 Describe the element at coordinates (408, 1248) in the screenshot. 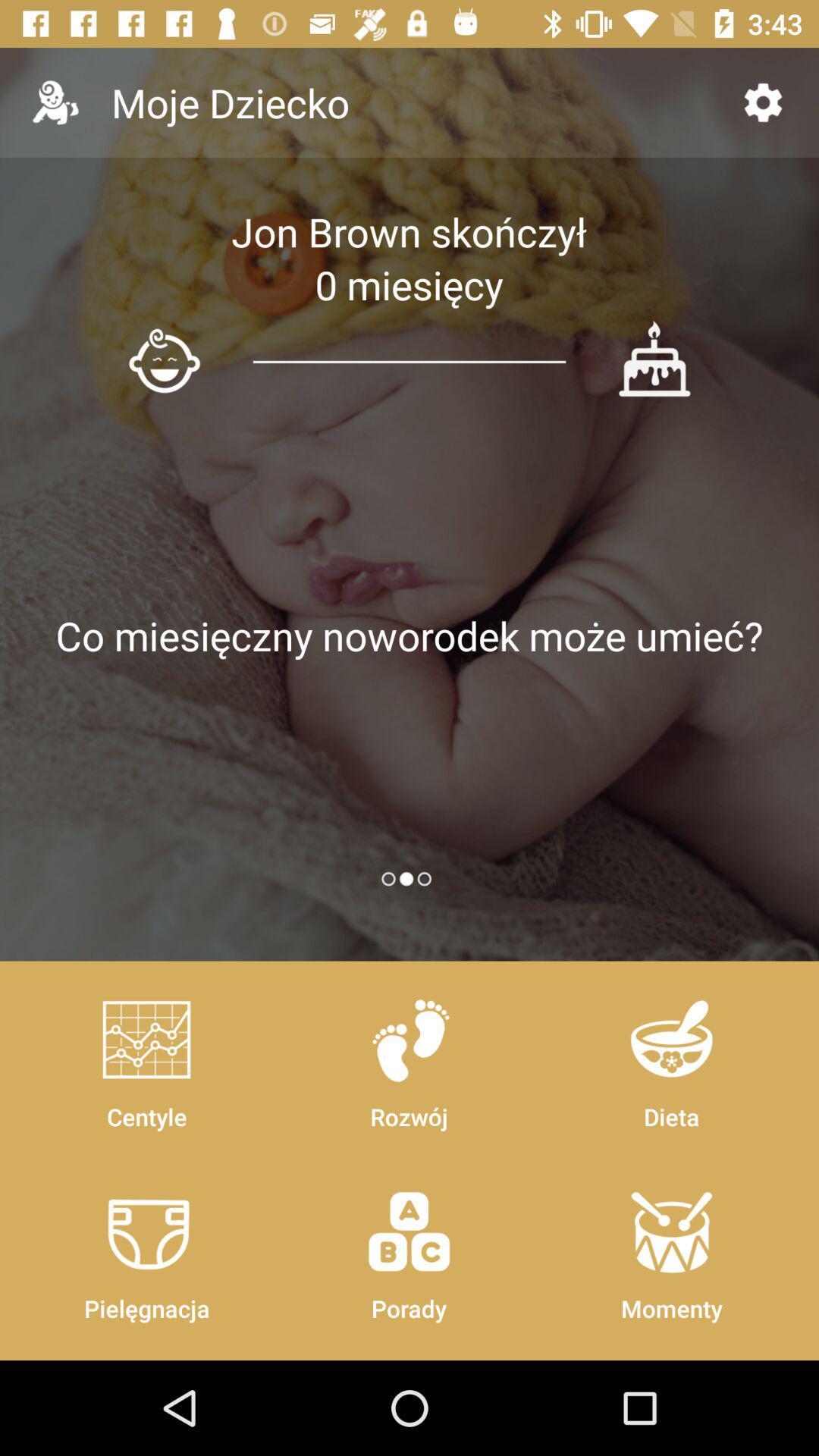

I see `the icon next to dieta icon` at that location.